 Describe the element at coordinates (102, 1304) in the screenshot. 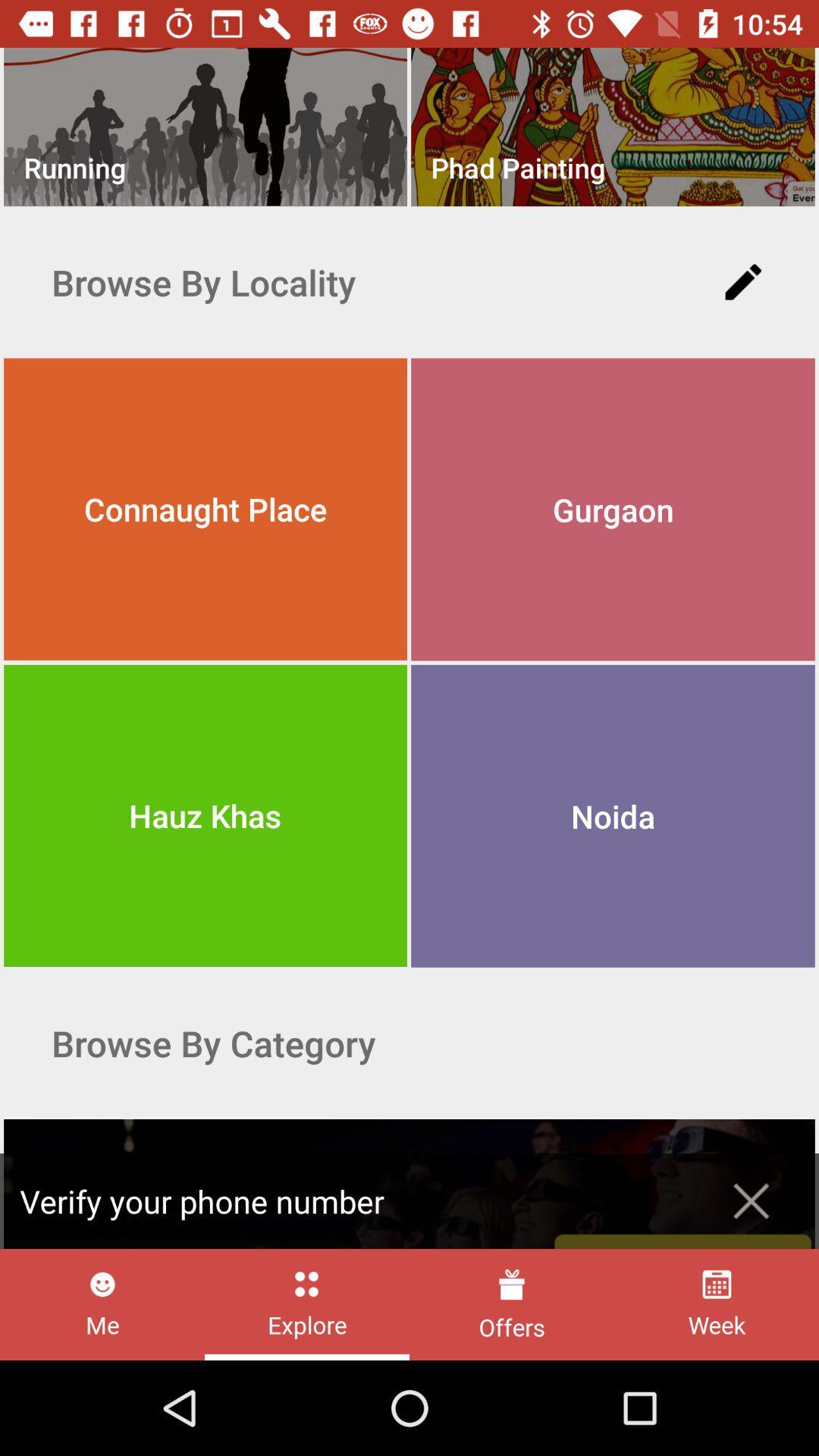

I see `the item at the bottom left corner` at that location.